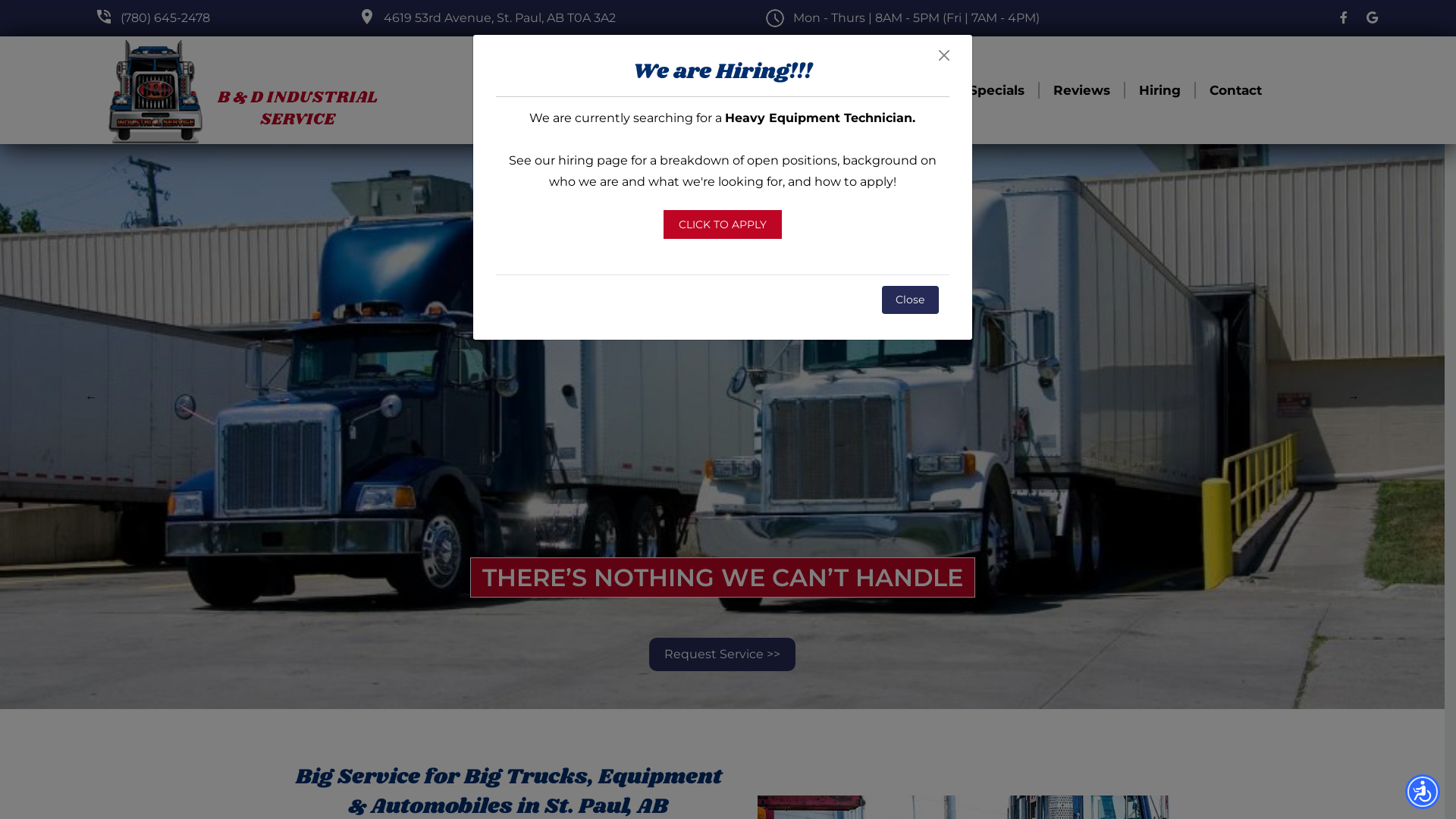 The height and width of the screenshot is (819, 1456). What do you see at coordinates (119, 17) in the screenshot?
I see `'(780) 645-2478'` at bounding box center [119, 17].